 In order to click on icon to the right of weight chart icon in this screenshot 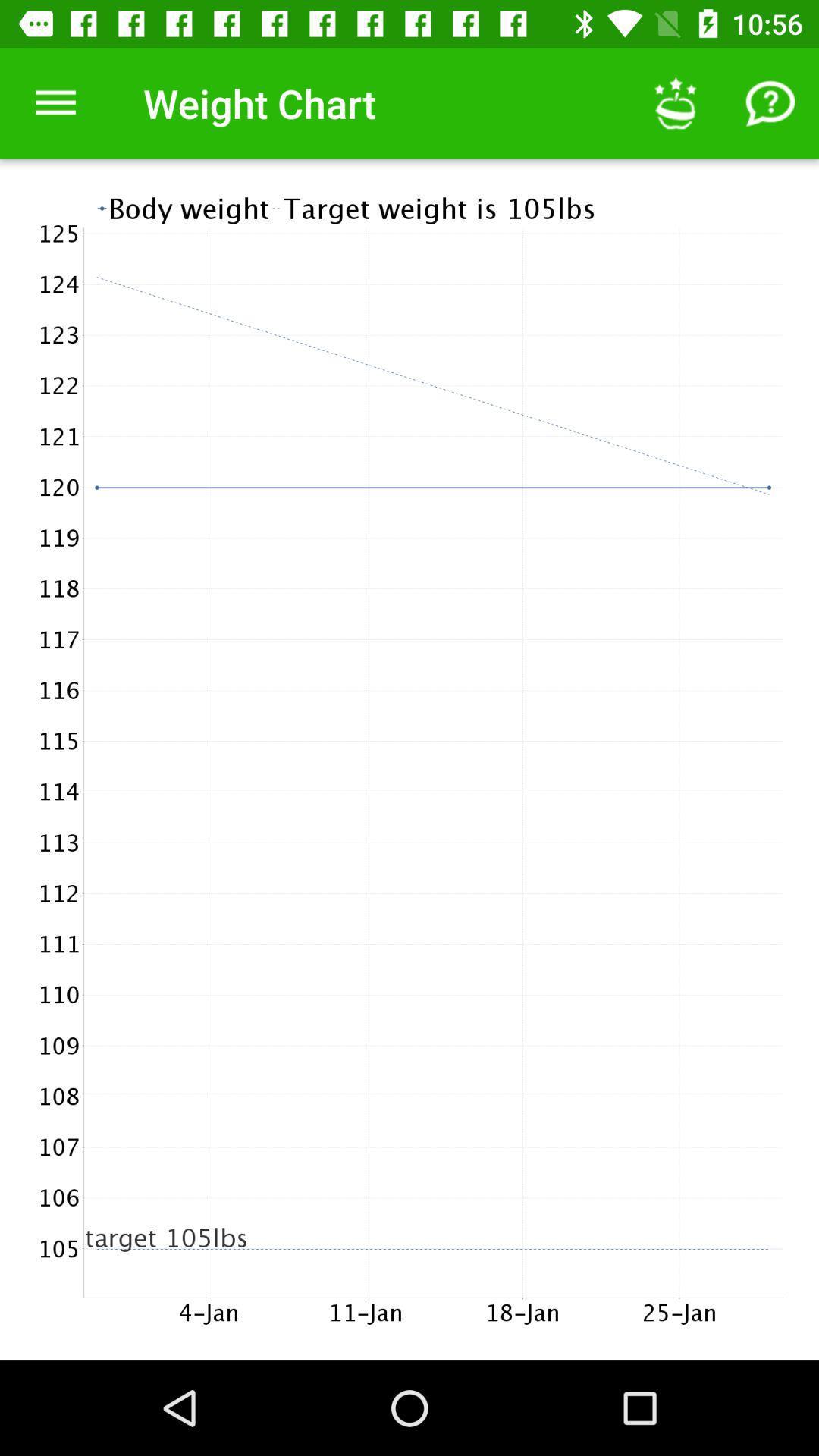, I will do `click(675, 102)`.